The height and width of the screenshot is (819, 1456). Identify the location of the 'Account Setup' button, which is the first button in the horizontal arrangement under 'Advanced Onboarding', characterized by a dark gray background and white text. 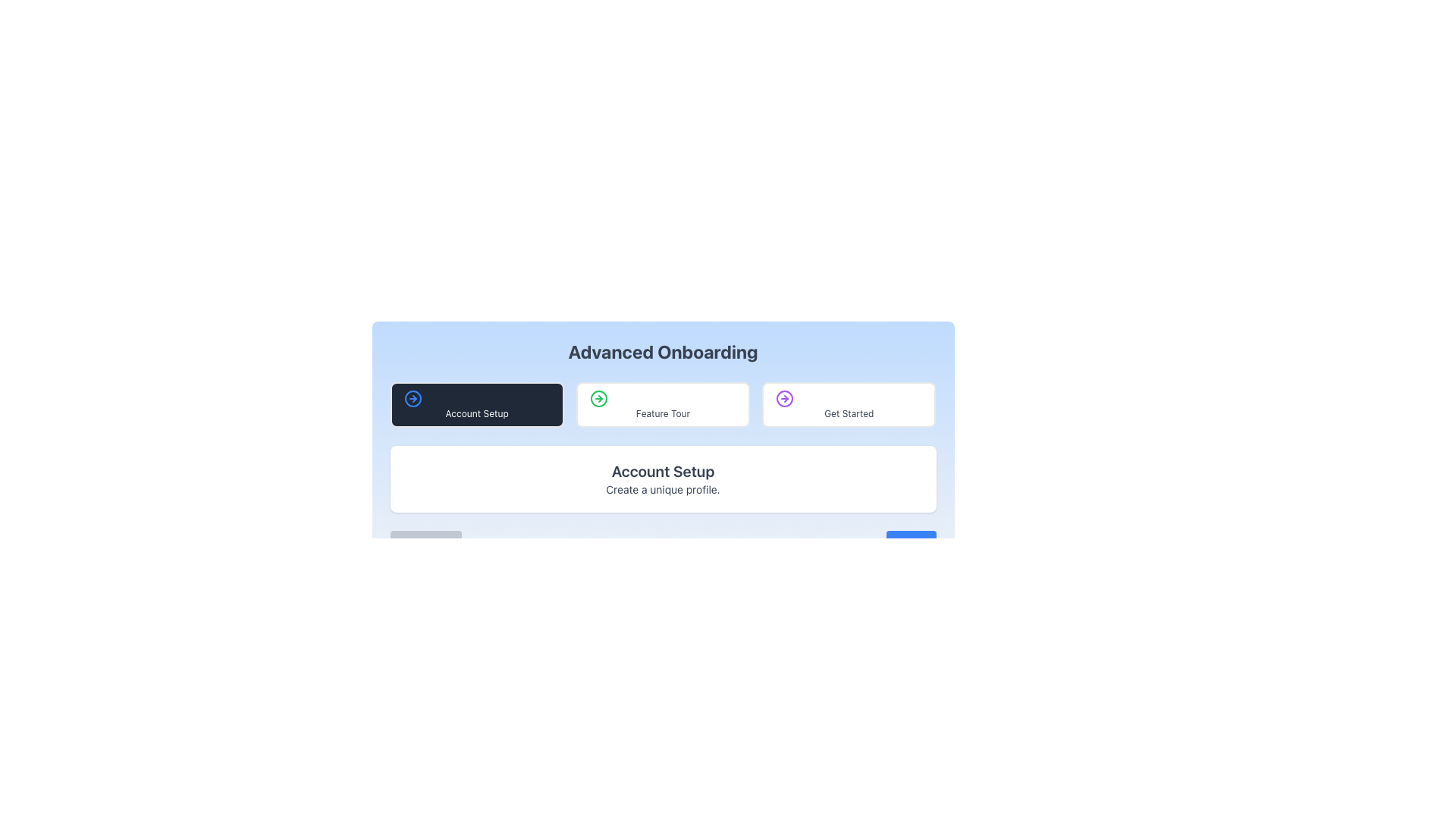
(476, 403).